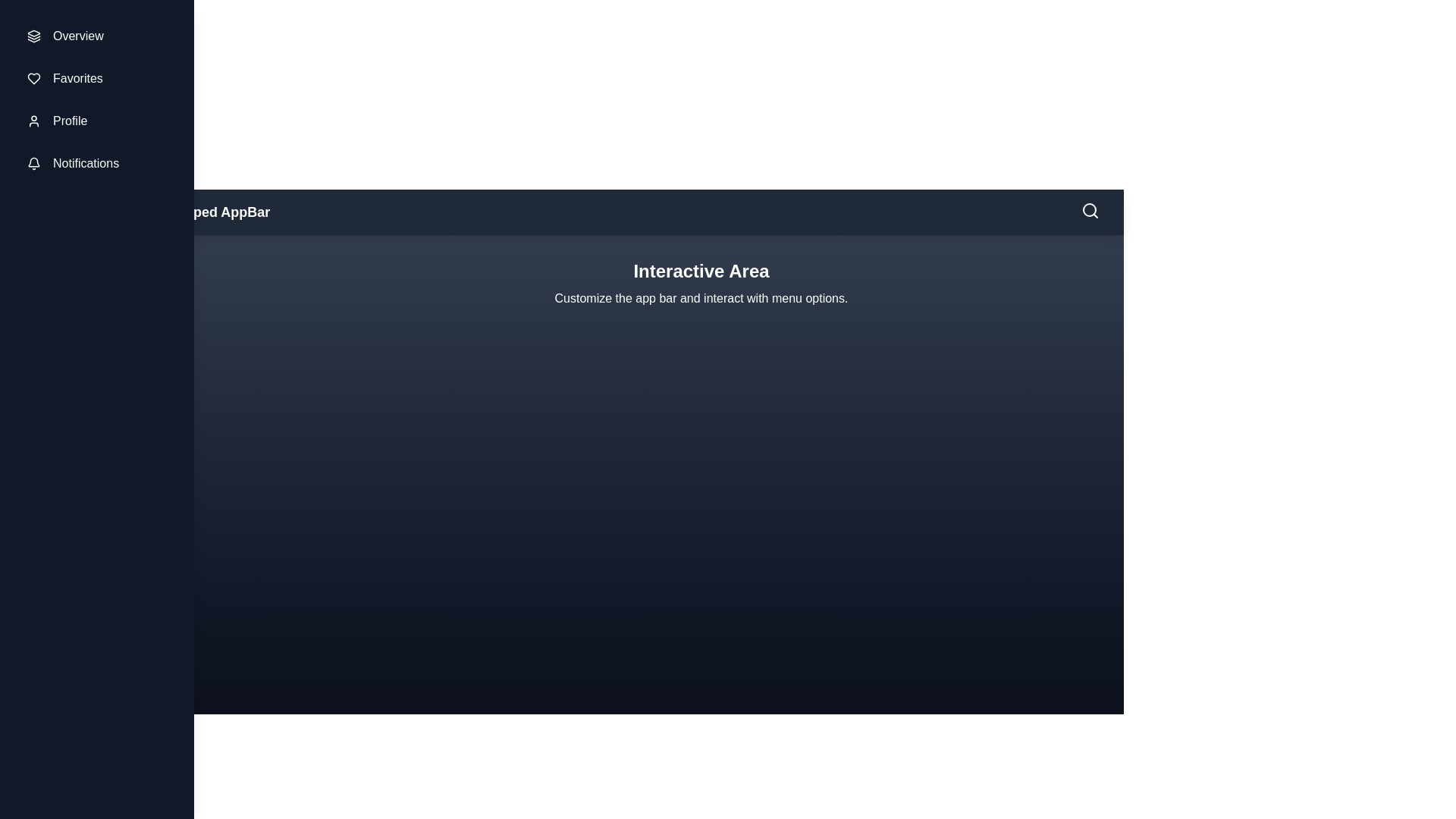 This screenshot has width=1456, height=819. I want to click on the sidebar item Favorites to highlight it, so click(96, 79).